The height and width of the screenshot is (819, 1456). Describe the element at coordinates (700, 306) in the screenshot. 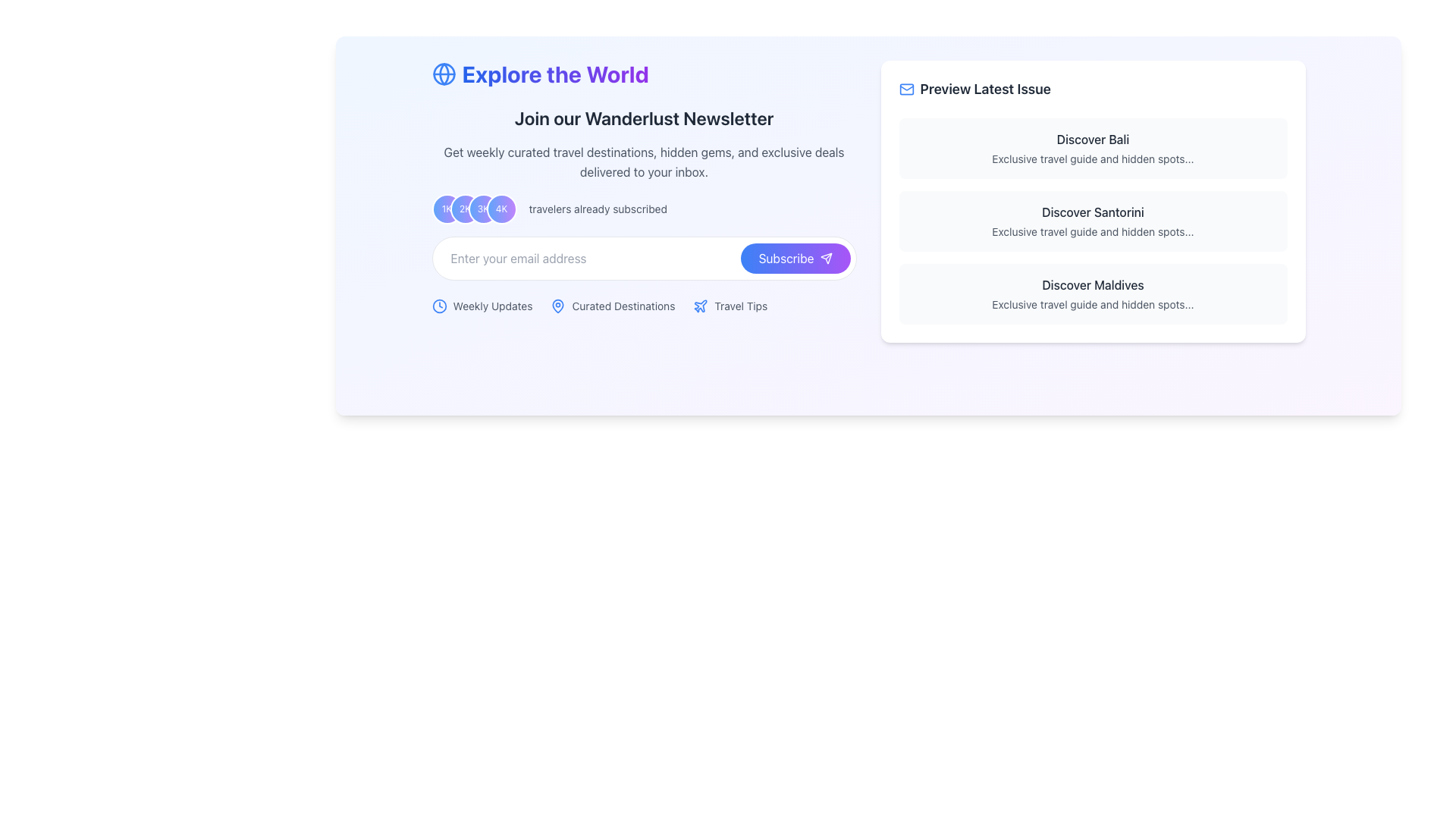

I see `the blue airplane icon next to the text 'Travel Tips' located in the bottom section of the left card` at that location.